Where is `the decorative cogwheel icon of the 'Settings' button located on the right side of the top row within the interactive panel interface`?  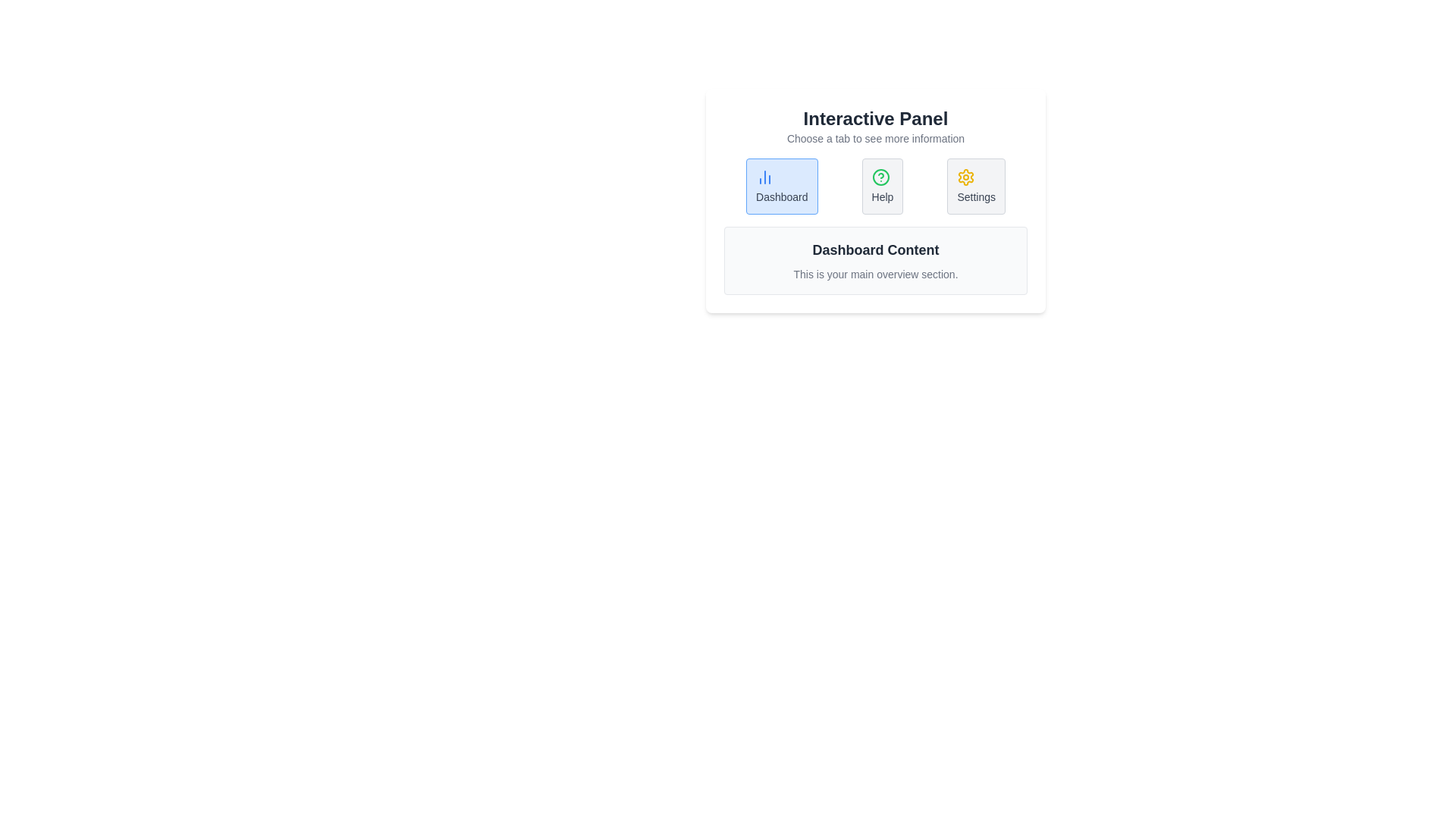
the decorative cogwheel icon of the 'Settings' button located on the right side of the top row within the interactive panel interface is located at coordinates (965, 177).